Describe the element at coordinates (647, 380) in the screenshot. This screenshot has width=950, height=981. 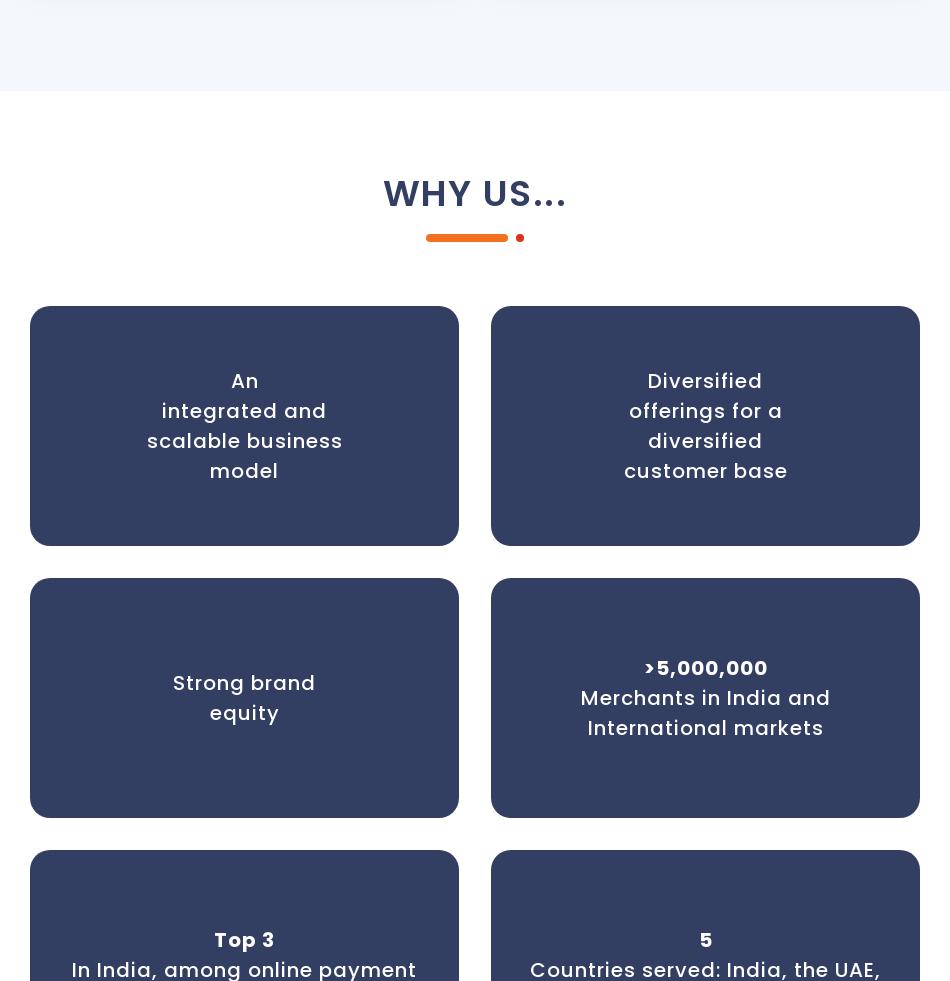
I see `'Diversified'` at that location.